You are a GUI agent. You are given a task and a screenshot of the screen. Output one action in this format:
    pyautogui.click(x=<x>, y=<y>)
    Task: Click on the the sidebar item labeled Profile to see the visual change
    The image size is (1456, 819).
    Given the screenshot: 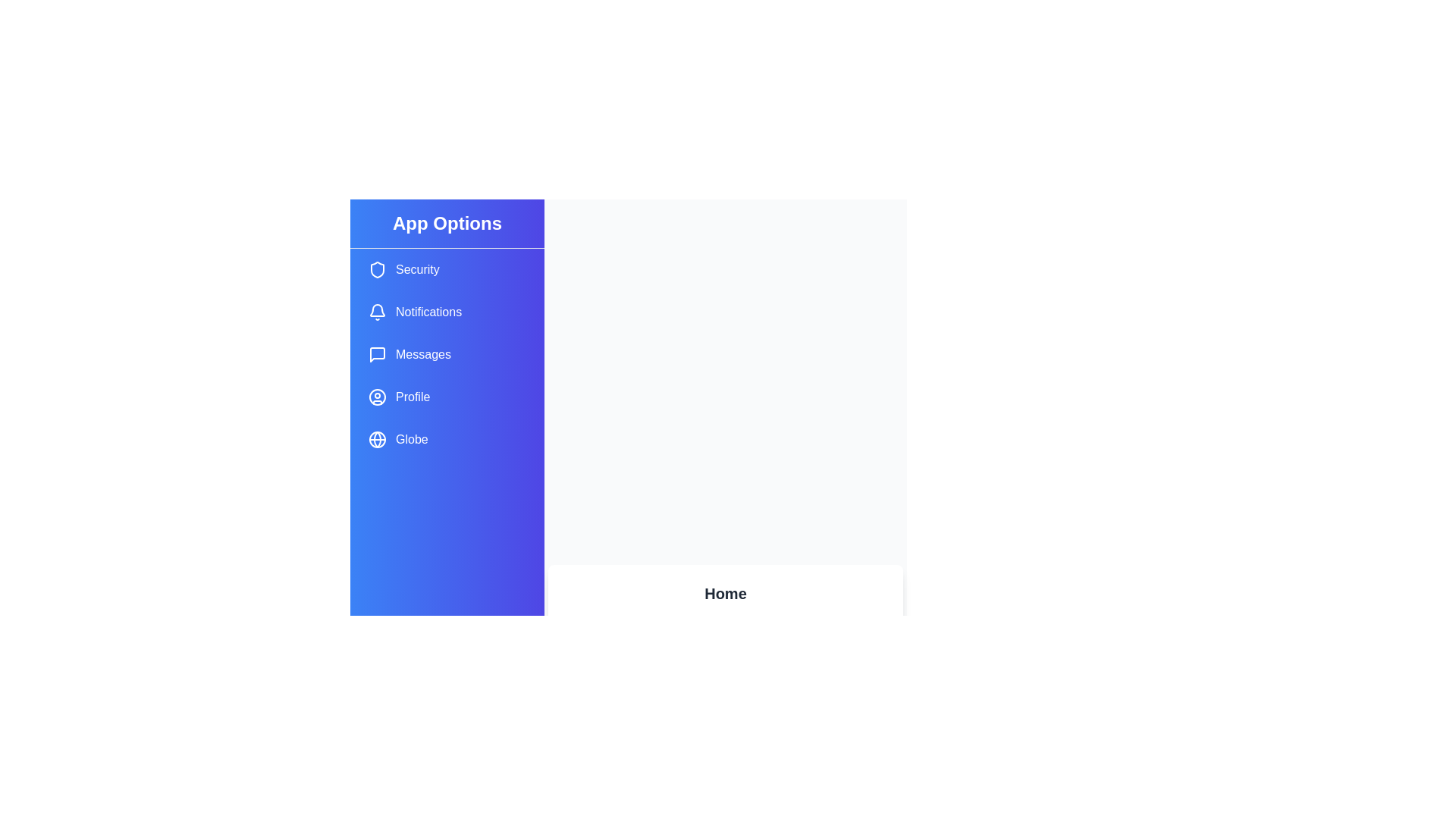 What is the action you would take?
    pyautogui.click(x=447, y=397)
    